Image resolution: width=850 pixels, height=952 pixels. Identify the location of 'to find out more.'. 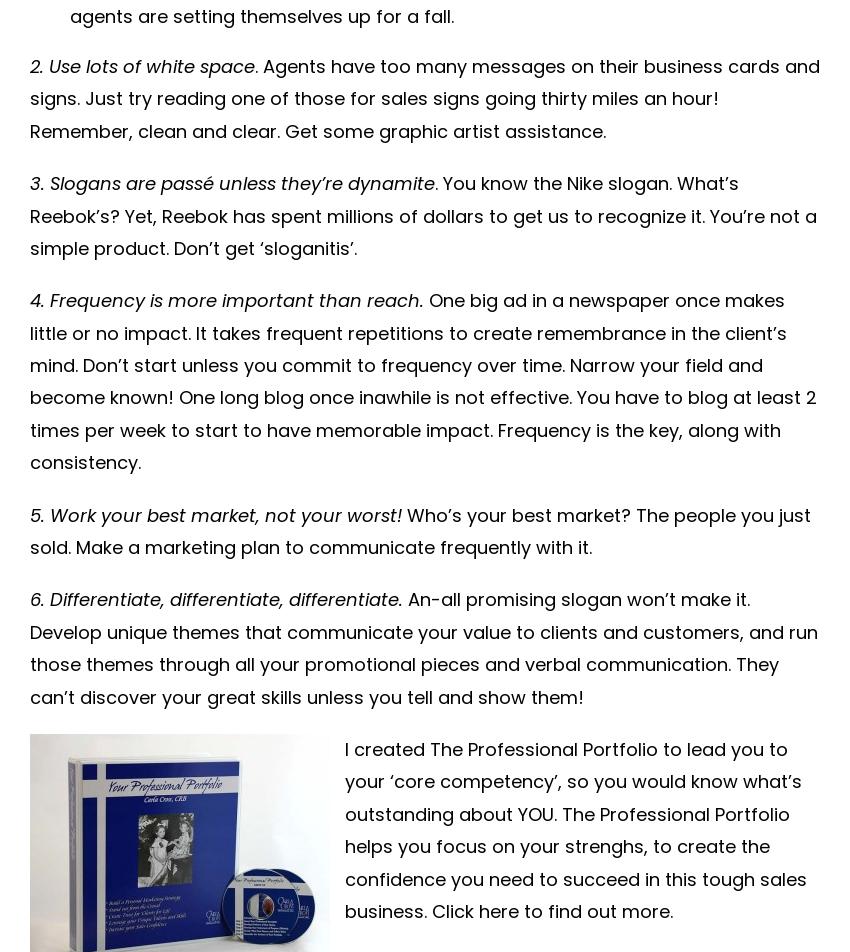
(596, 910).